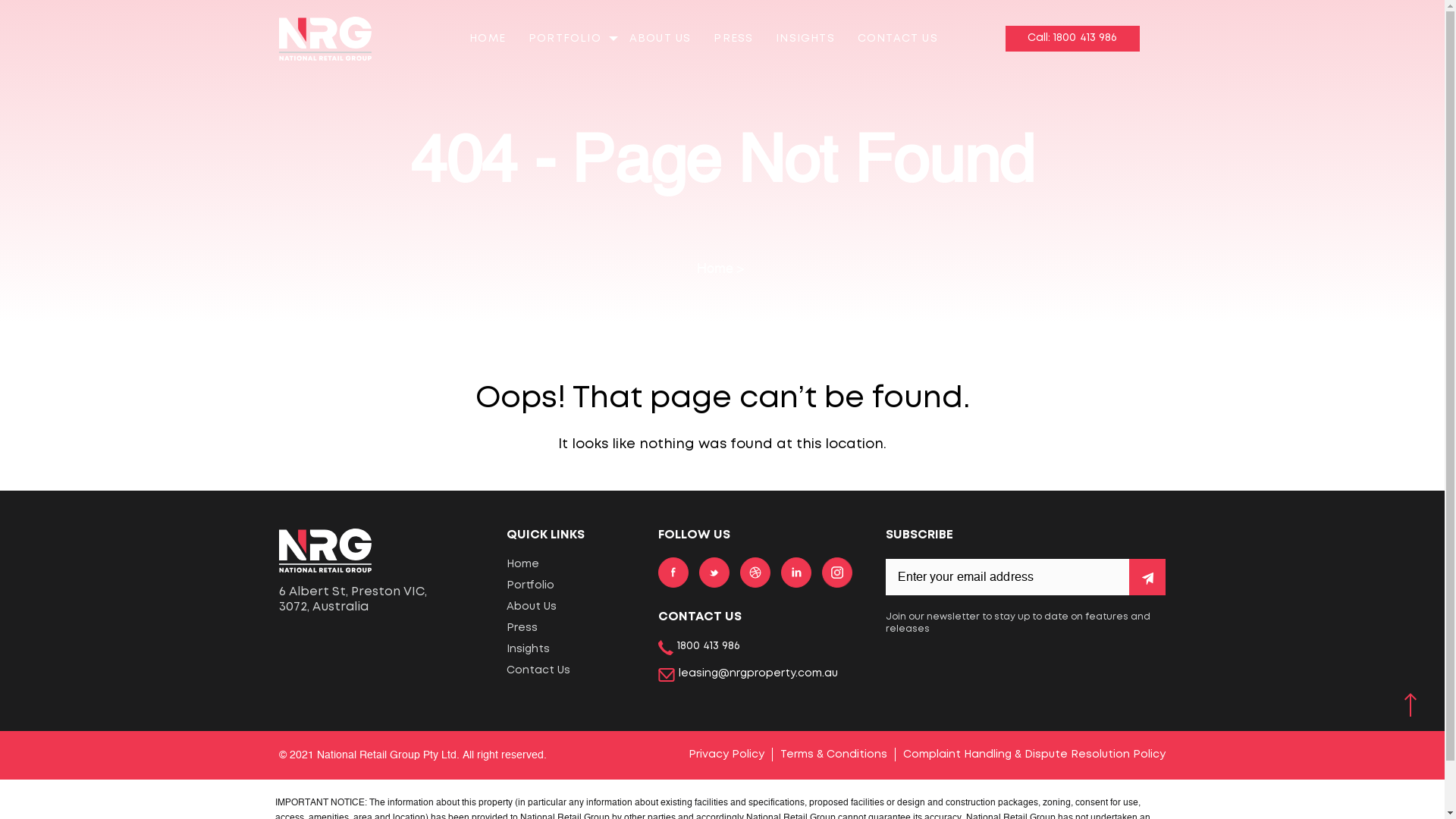 This screenshot has height=819, width=1456. Describe the element at coordinates (726, 755) in the screenshot. I see `'Privacy Policy'` at that location.